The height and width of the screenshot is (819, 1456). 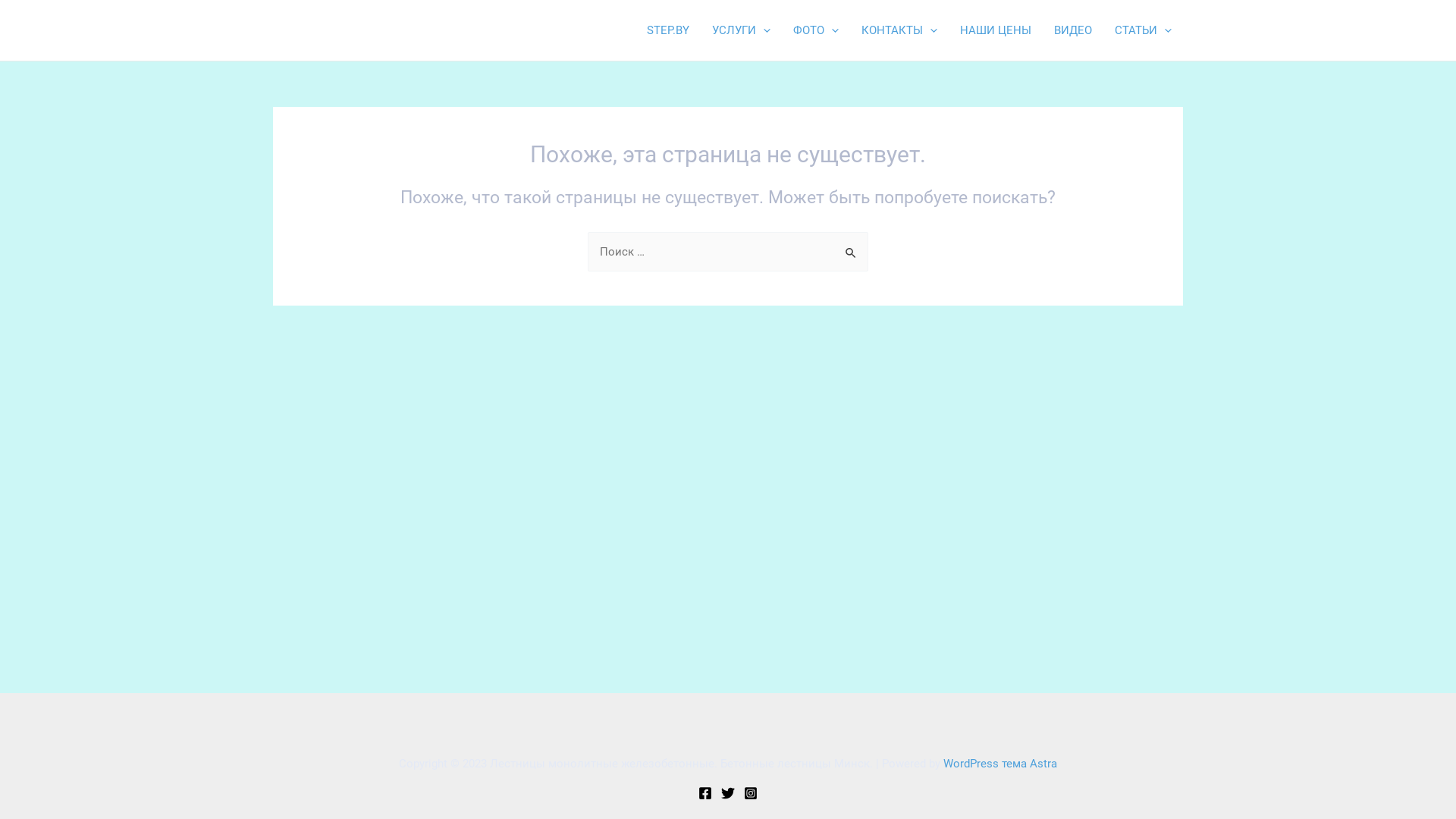 What do you see at coordinates (667, 30) in the screenshot?
I see `'STEP.BY'` at bounding box center [667, 30].